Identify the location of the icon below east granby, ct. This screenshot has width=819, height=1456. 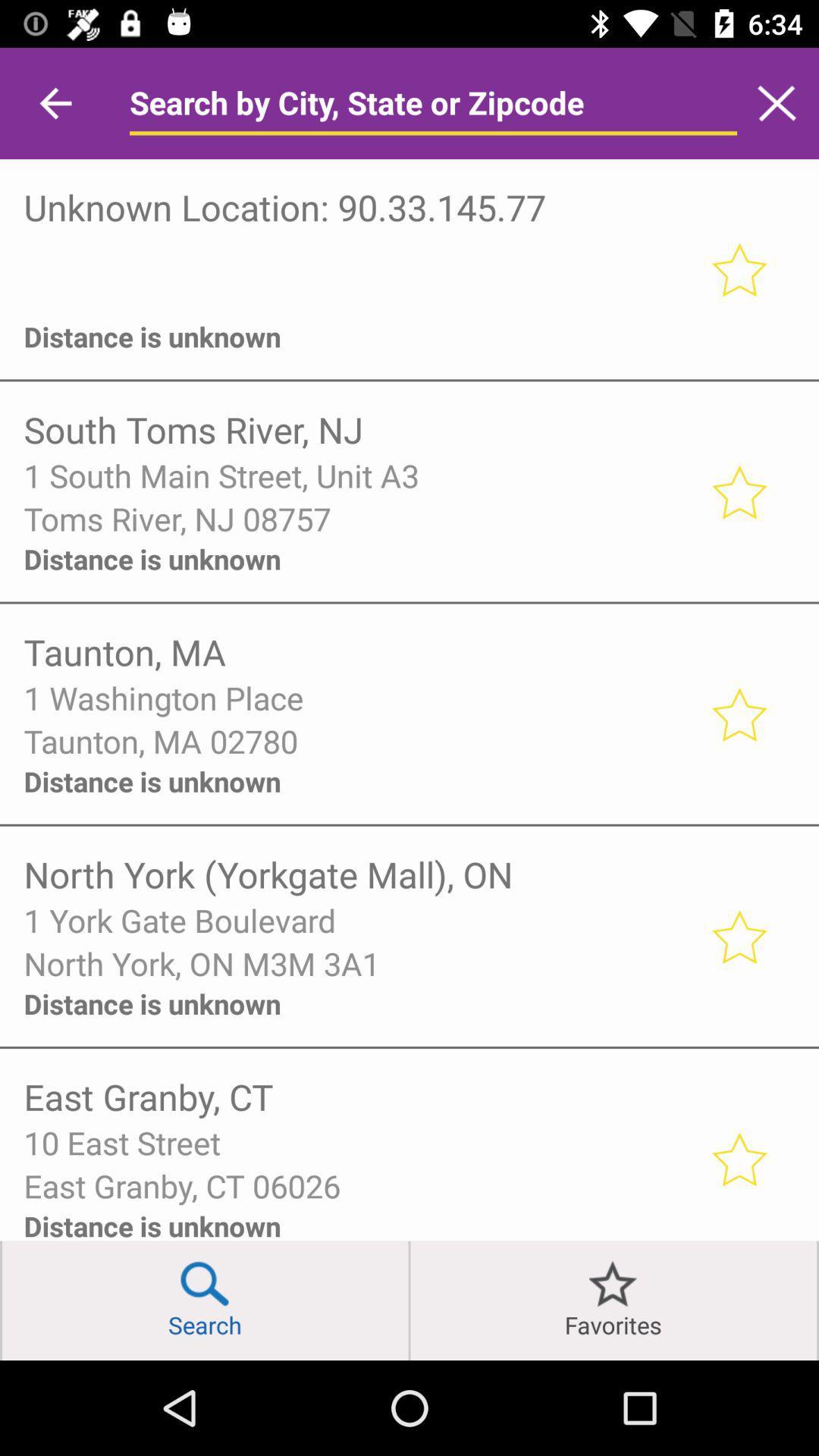
(356, 1142).